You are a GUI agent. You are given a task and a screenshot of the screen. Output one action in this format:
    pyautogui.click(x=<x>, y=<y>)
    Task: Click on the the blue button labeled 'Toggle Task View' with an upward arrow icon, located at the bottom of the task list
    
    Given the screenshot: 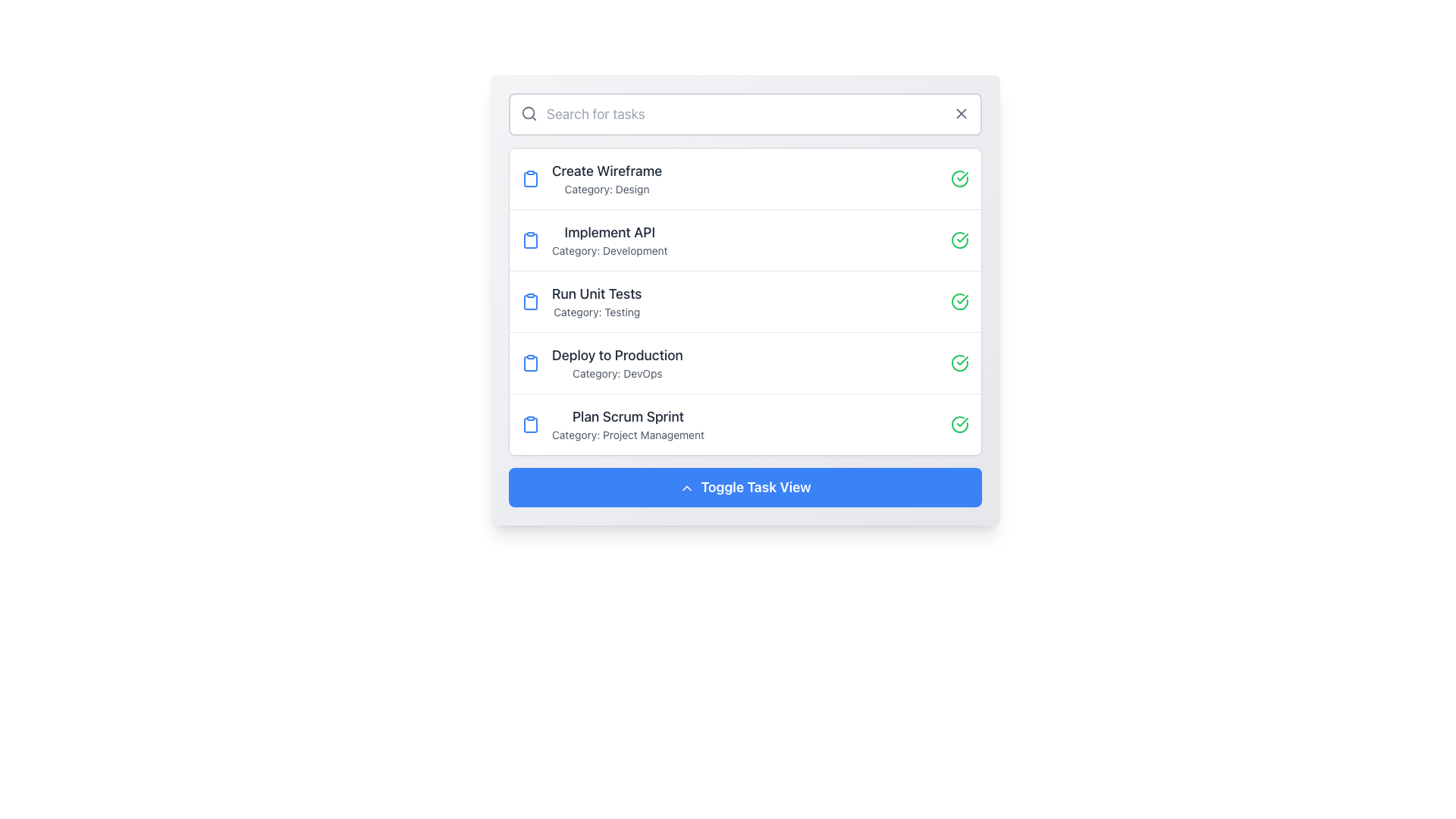 What is the action you would take?
    pyautogui.click(x=745, y=488)
    